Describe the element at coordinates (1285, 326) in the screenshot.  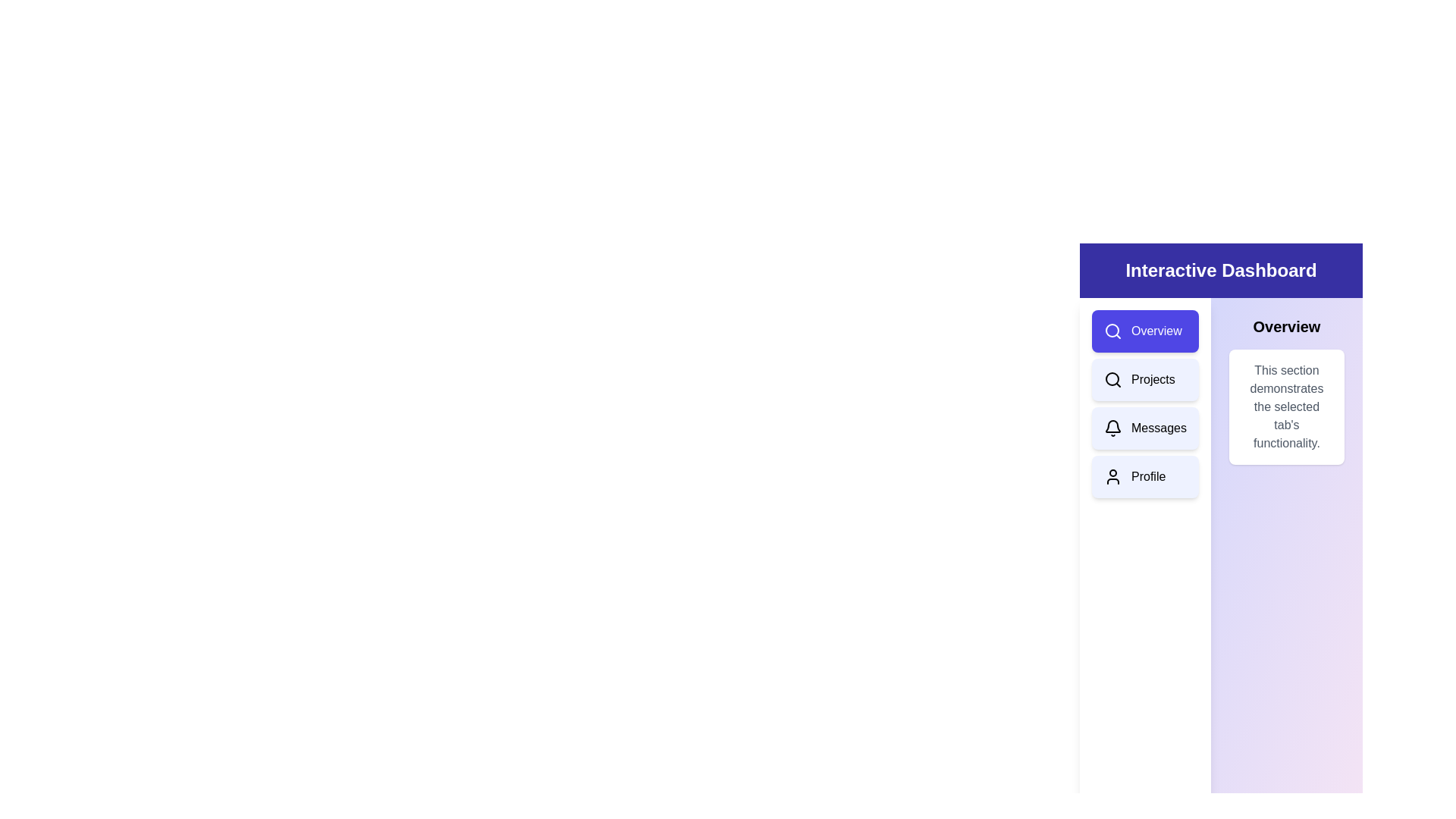
I see `bold, large font title text labeled 'Overview' located in the upper portion of the central content area` at that location.